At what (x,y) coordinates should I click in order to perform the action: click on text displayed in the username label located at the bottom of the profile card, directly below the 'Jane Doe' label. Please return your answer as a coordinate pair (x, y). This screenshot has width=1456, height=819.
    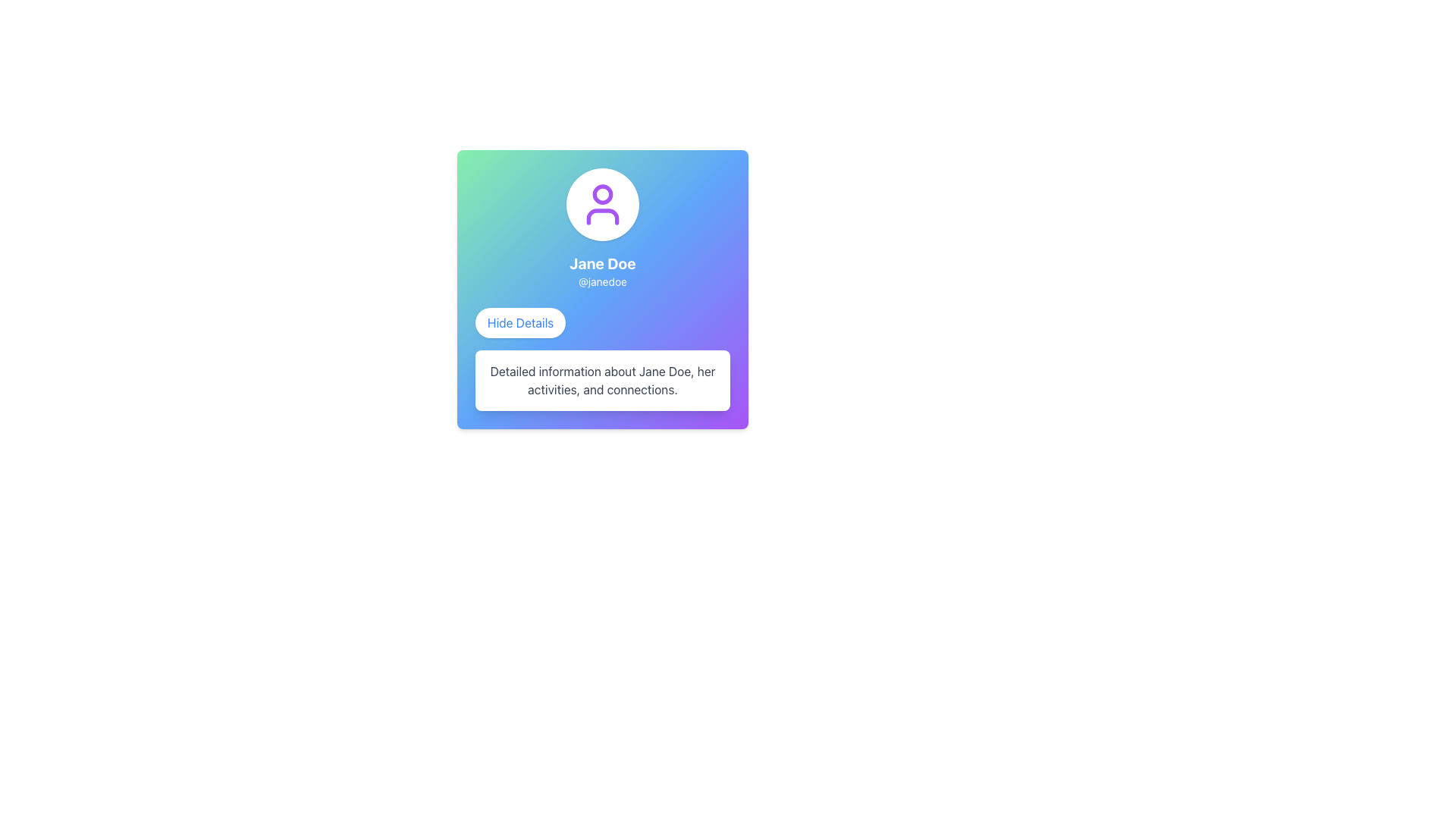
    Looking at the image, I should click on (602, 281).